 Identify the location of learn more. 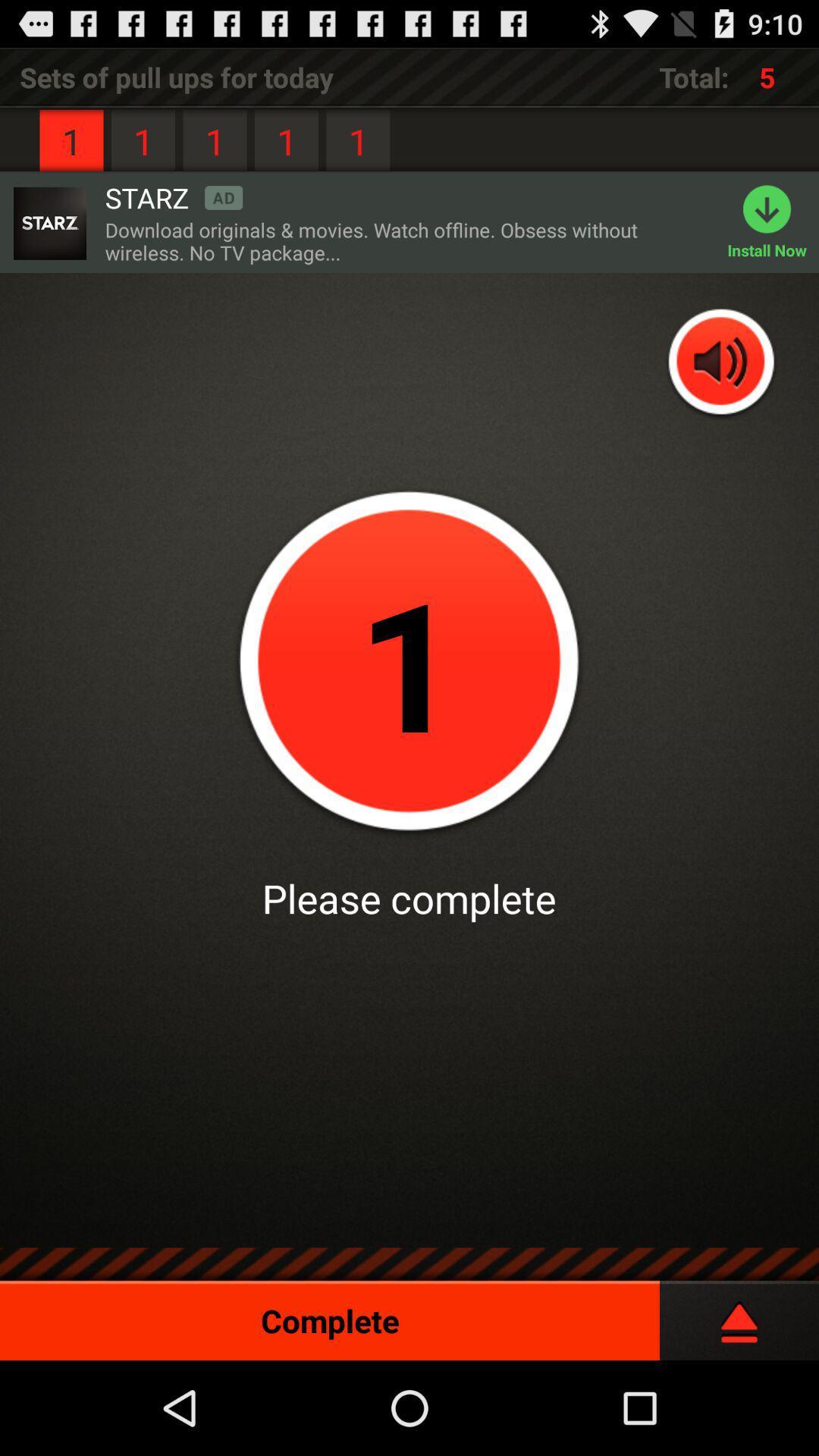
(49, 222).